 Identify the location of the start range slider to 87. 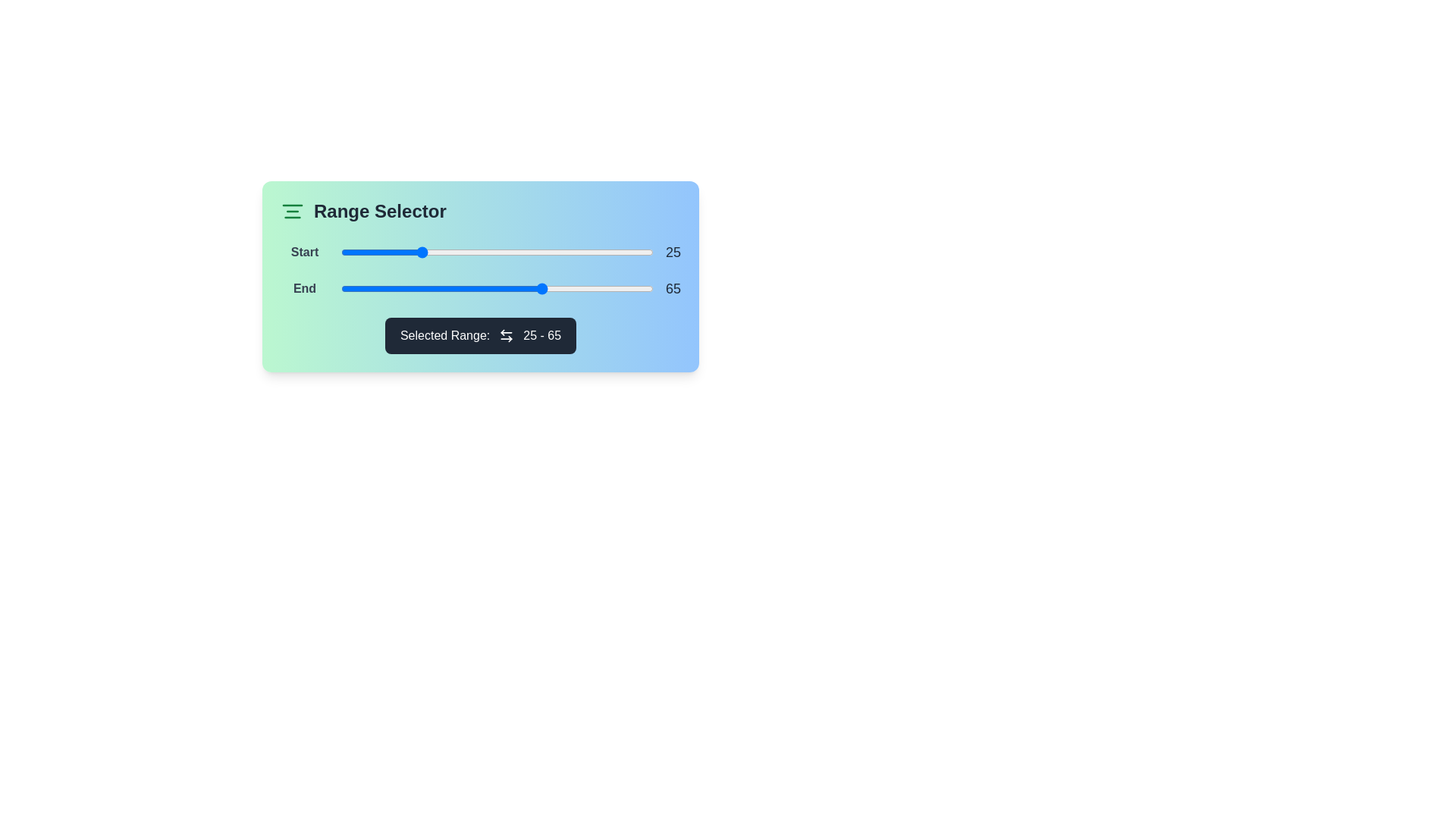
(613, 251).